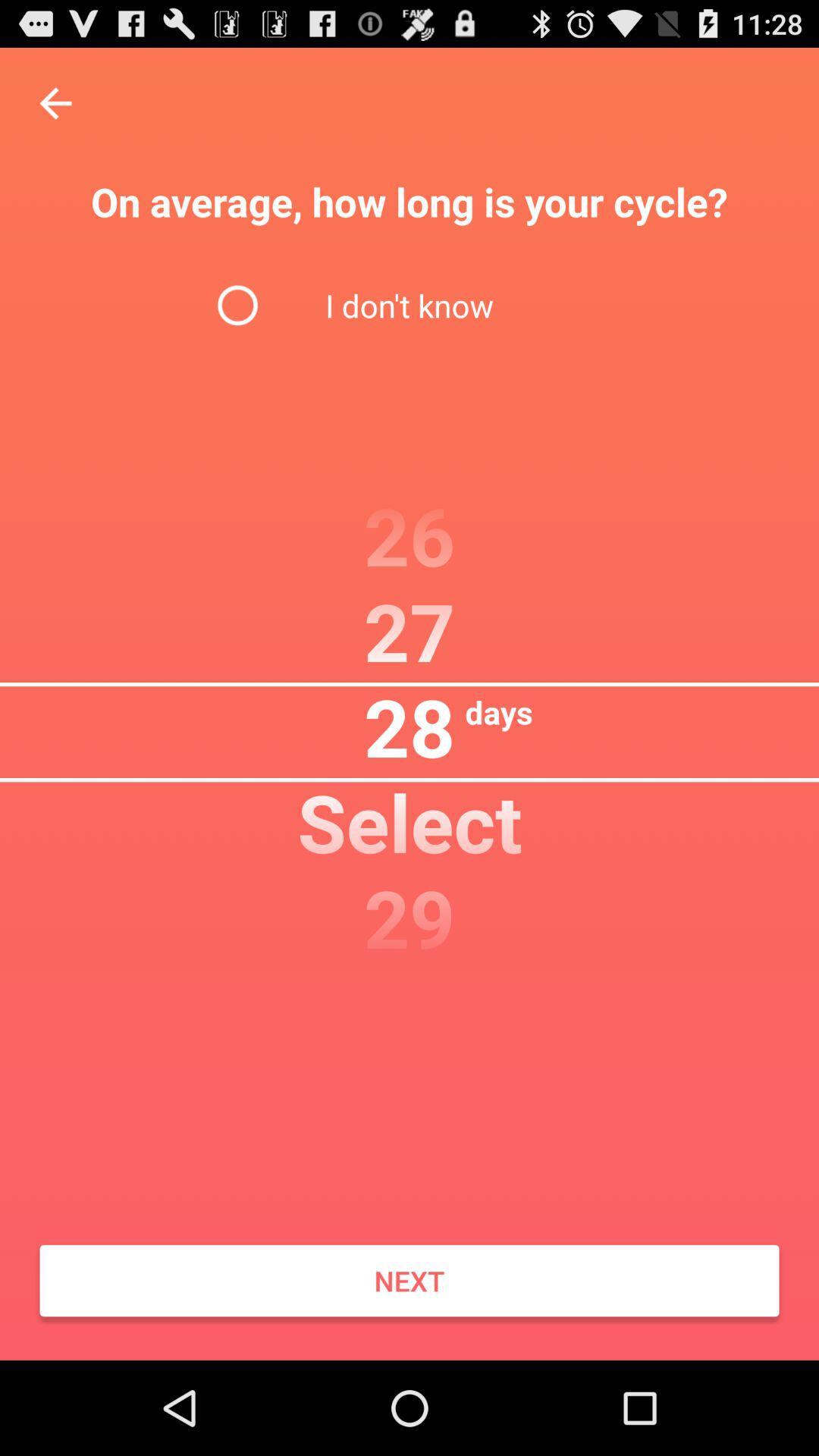 This screenshot has width=819, height=1456. Describe the element at coordinates (409, 304) in the screenshot. I see `i don t` at that location.